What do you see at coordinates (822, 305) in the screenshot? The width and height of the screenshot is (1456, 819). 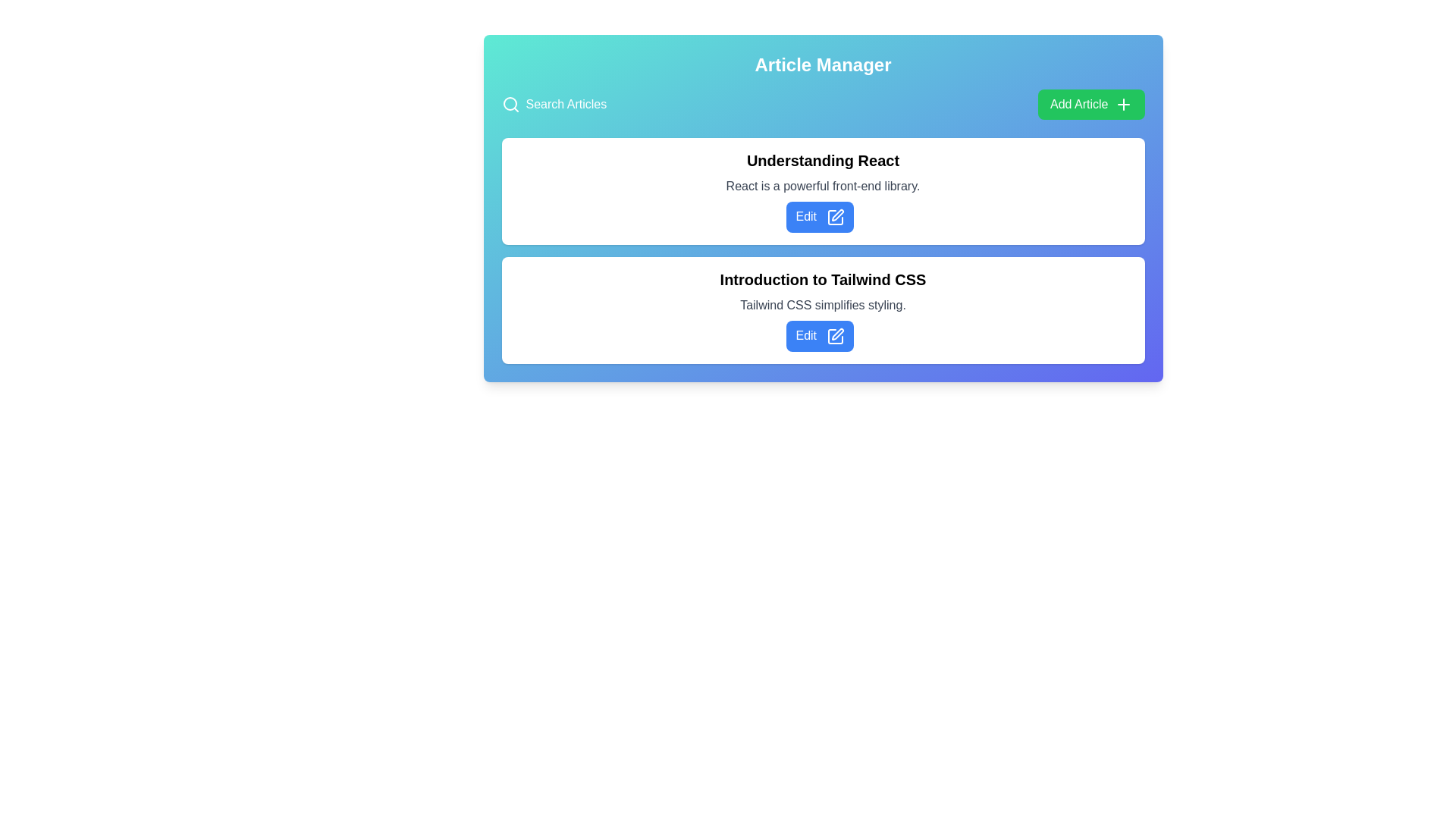 I see `the text element stating 'Tailwind CSS simplifies styling.' which is positioned below the title 'Introduction to Tailwind CSS' and above the 'Edit' button` at bounding box center [822, 305].